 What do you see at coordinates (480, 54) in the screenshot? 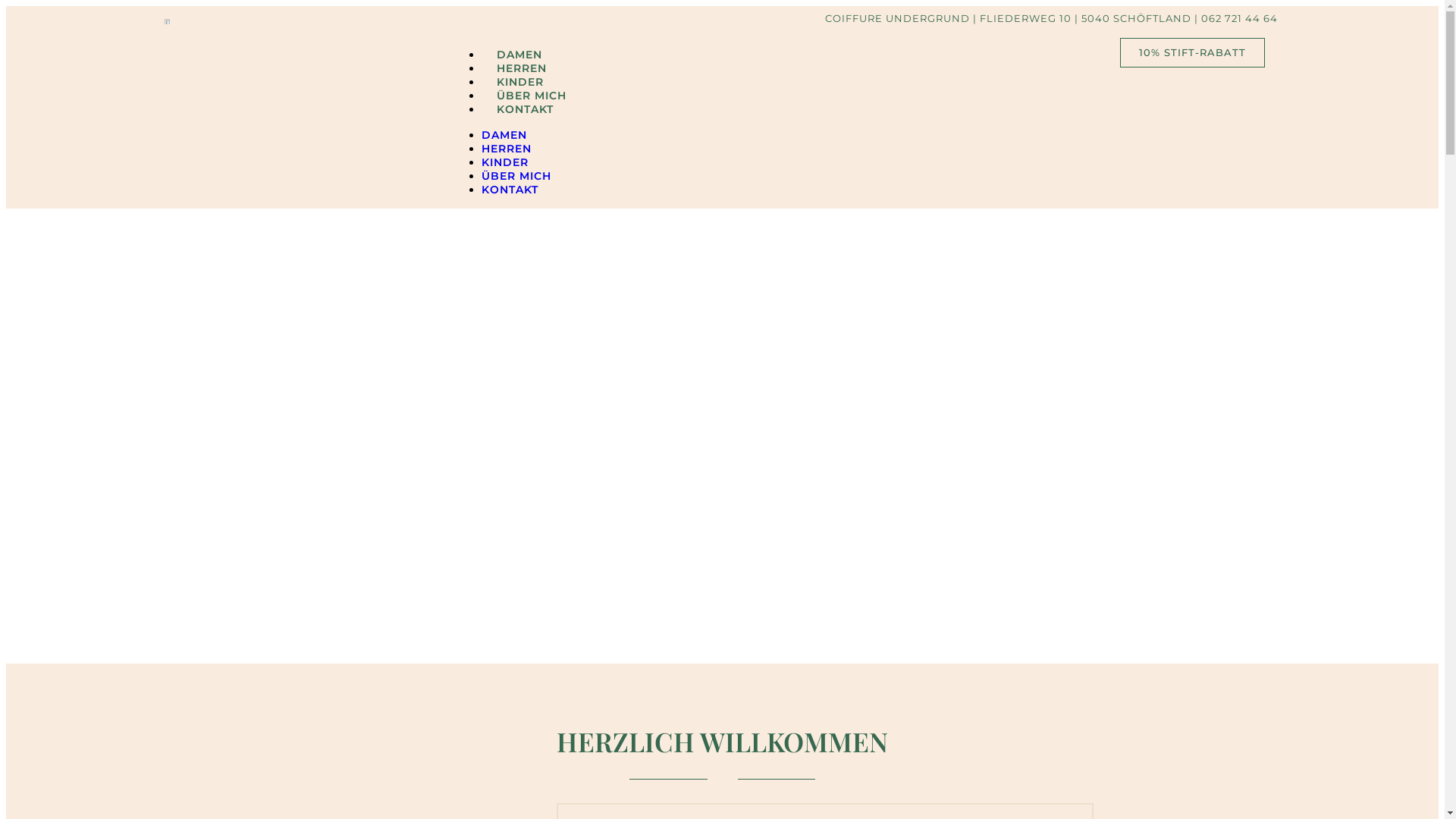
I see `'DAMEN'` at bounding box center [480, 54].